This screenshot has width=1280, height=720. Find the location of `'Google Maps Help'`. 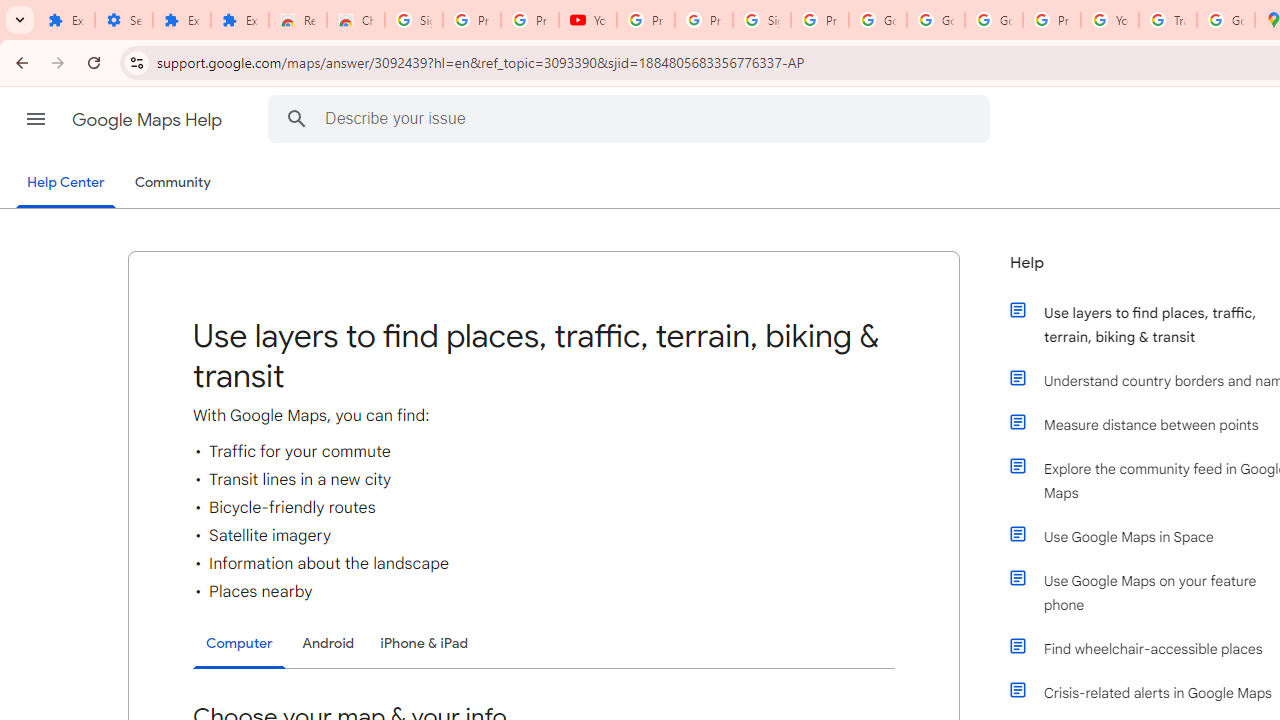

'Google Maps Help' is located at coordinates (148, 119).